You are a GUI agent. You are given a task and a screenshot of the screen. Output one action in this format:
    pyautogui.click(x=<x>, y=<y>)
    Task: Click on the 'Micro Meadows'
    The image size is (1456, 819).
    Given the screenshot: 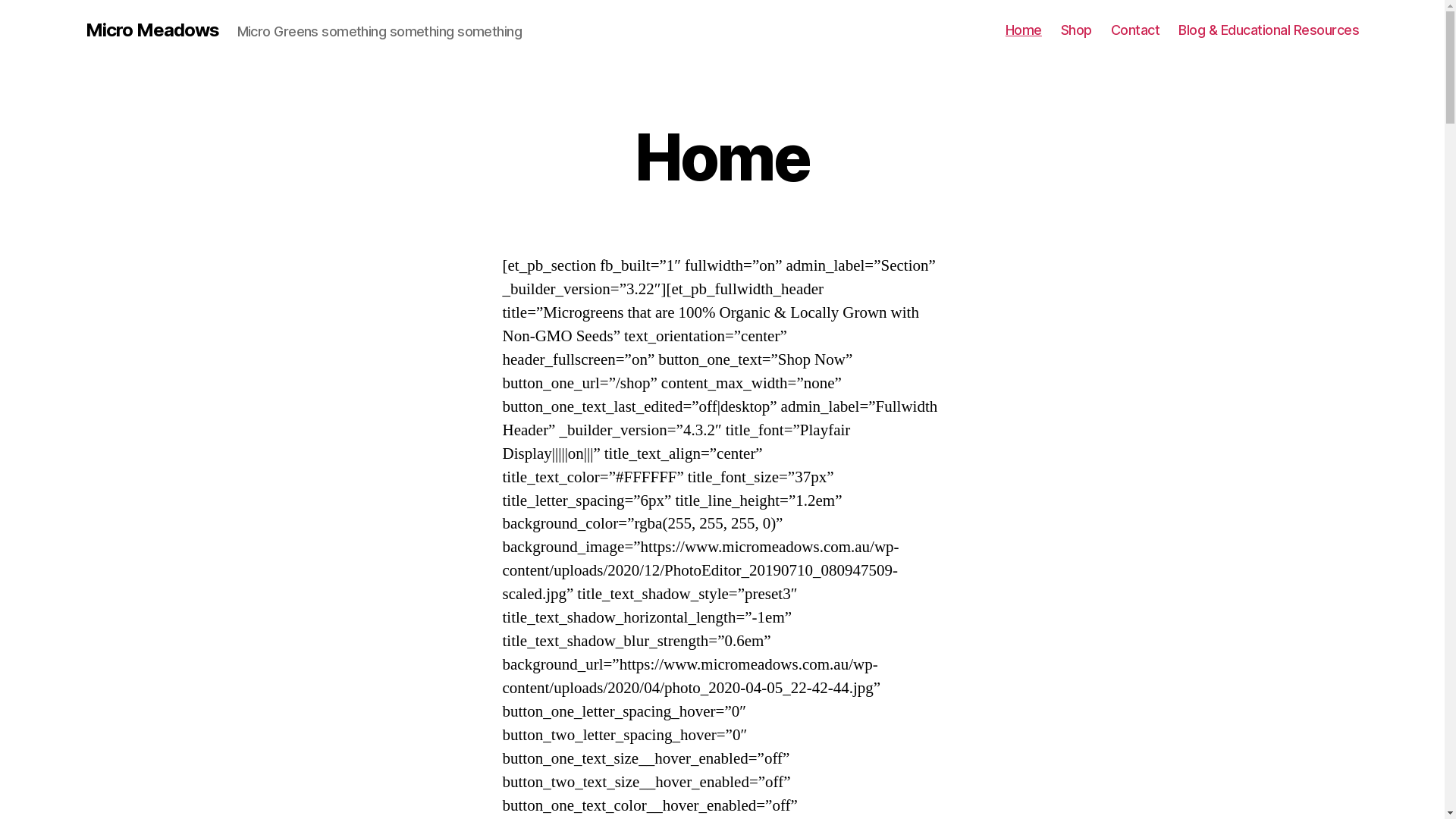 What is the action you would take?
    pyautogui.click(x=152, y=30)
    